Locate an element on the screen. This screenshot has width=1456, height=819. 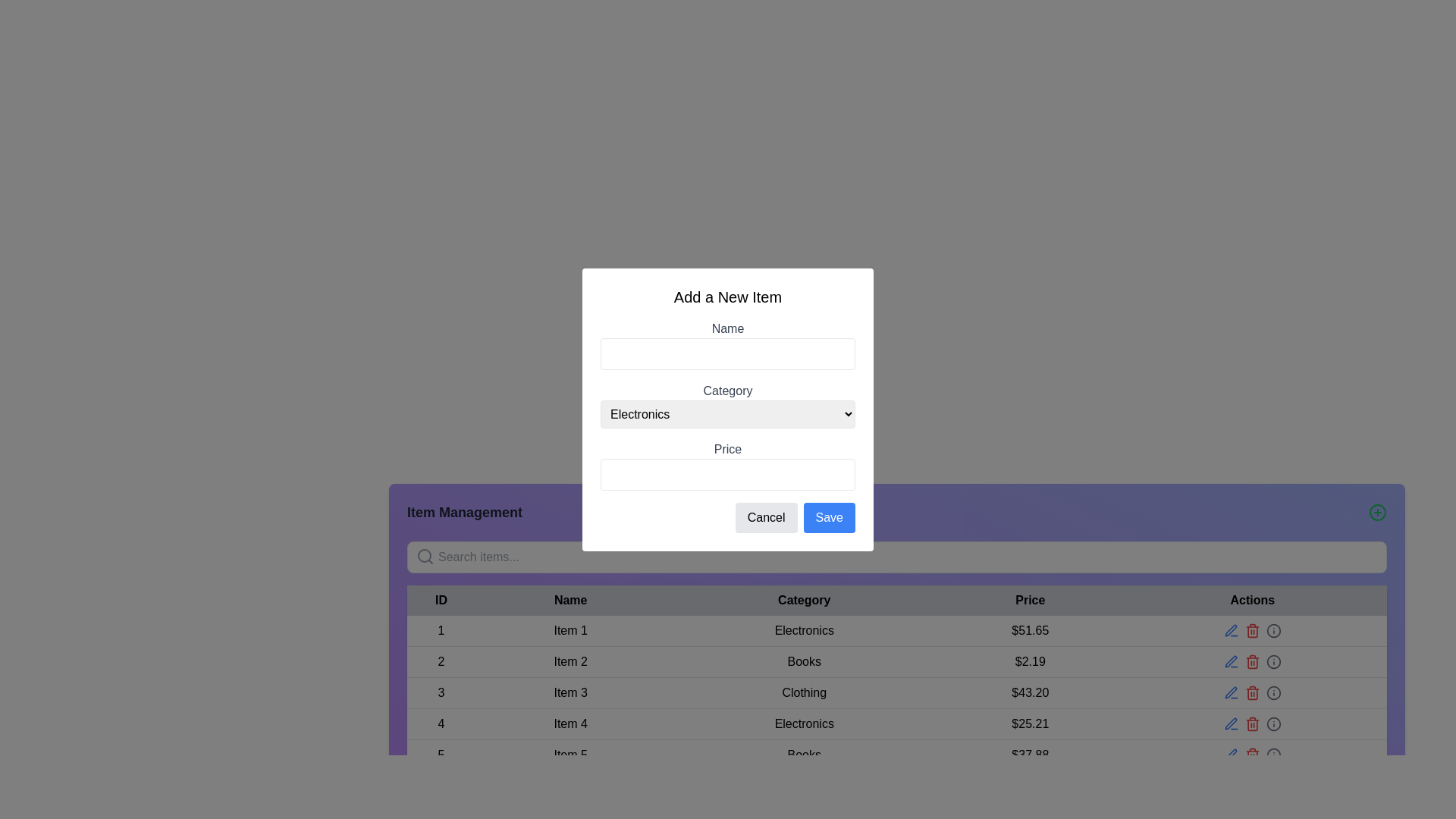
the table cell displaying the number '4', which is located in the fourth row under the 'ID' column is located at coordinates (440, 723).